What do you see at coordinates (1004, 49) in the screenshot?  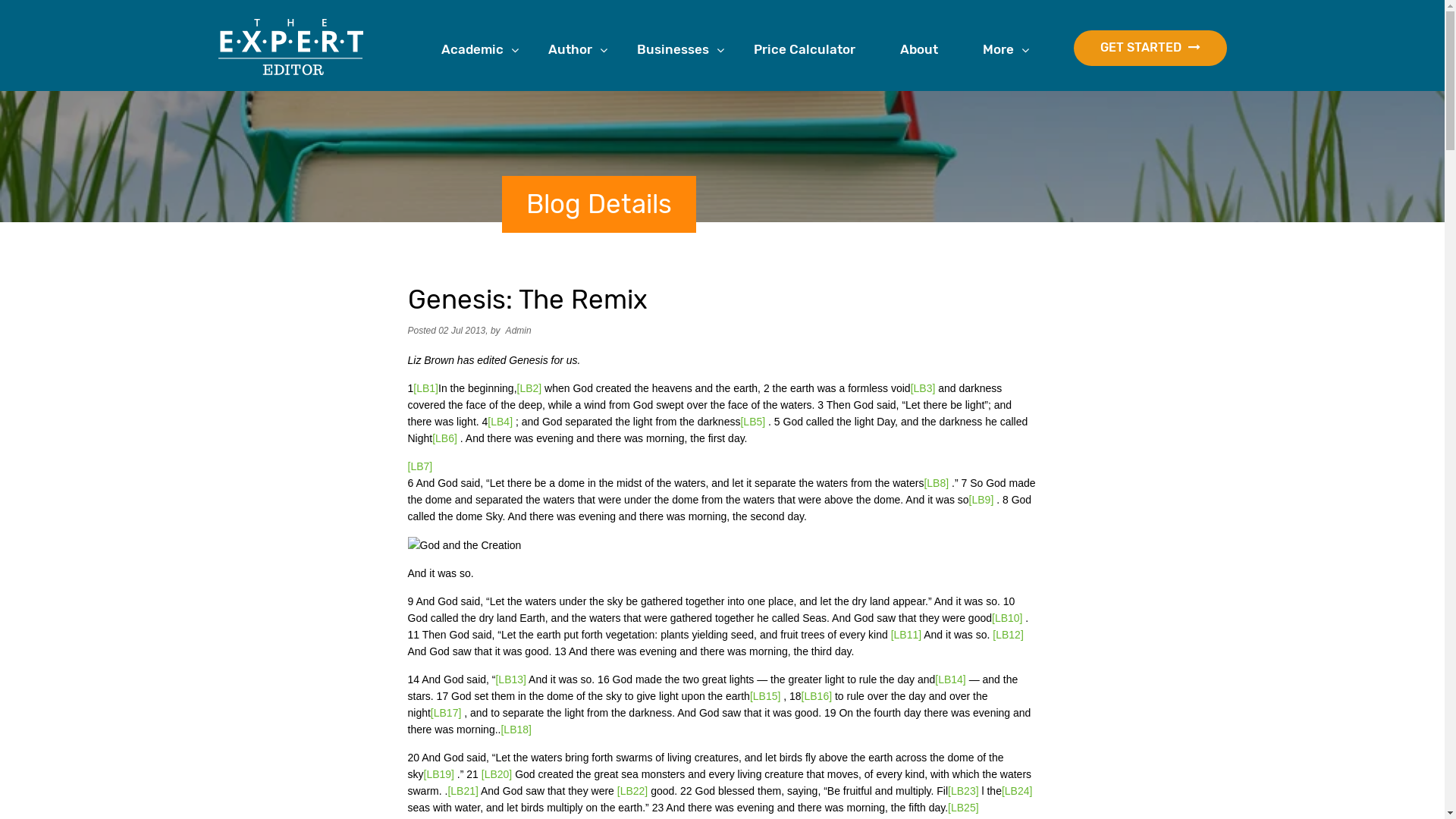 I see `'More'` at bounding box center [1004, 49].